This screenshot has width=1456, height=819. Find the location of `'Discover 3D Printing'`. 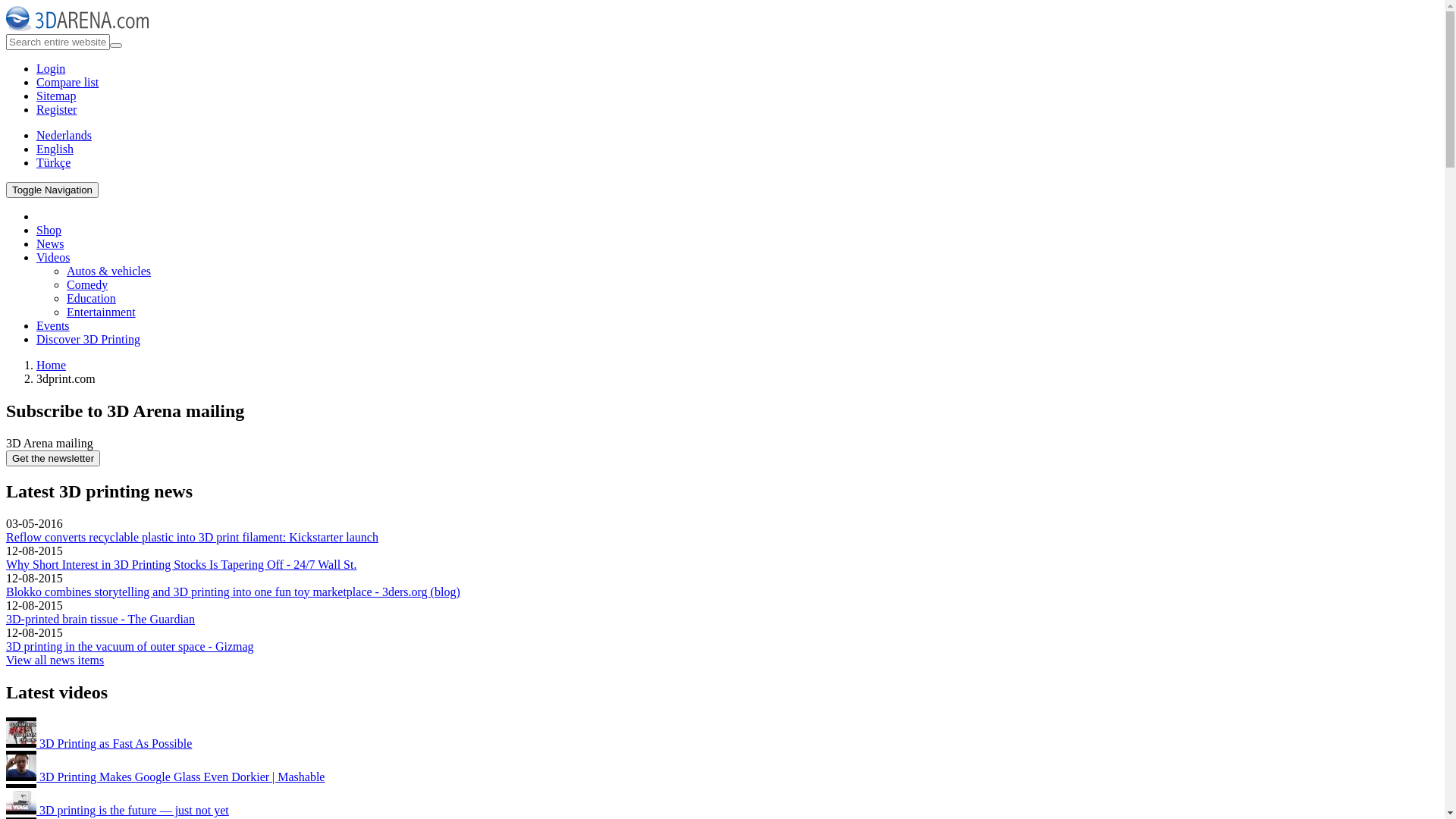

'Discover 3D Printing' is located at coordinates (87, 338).